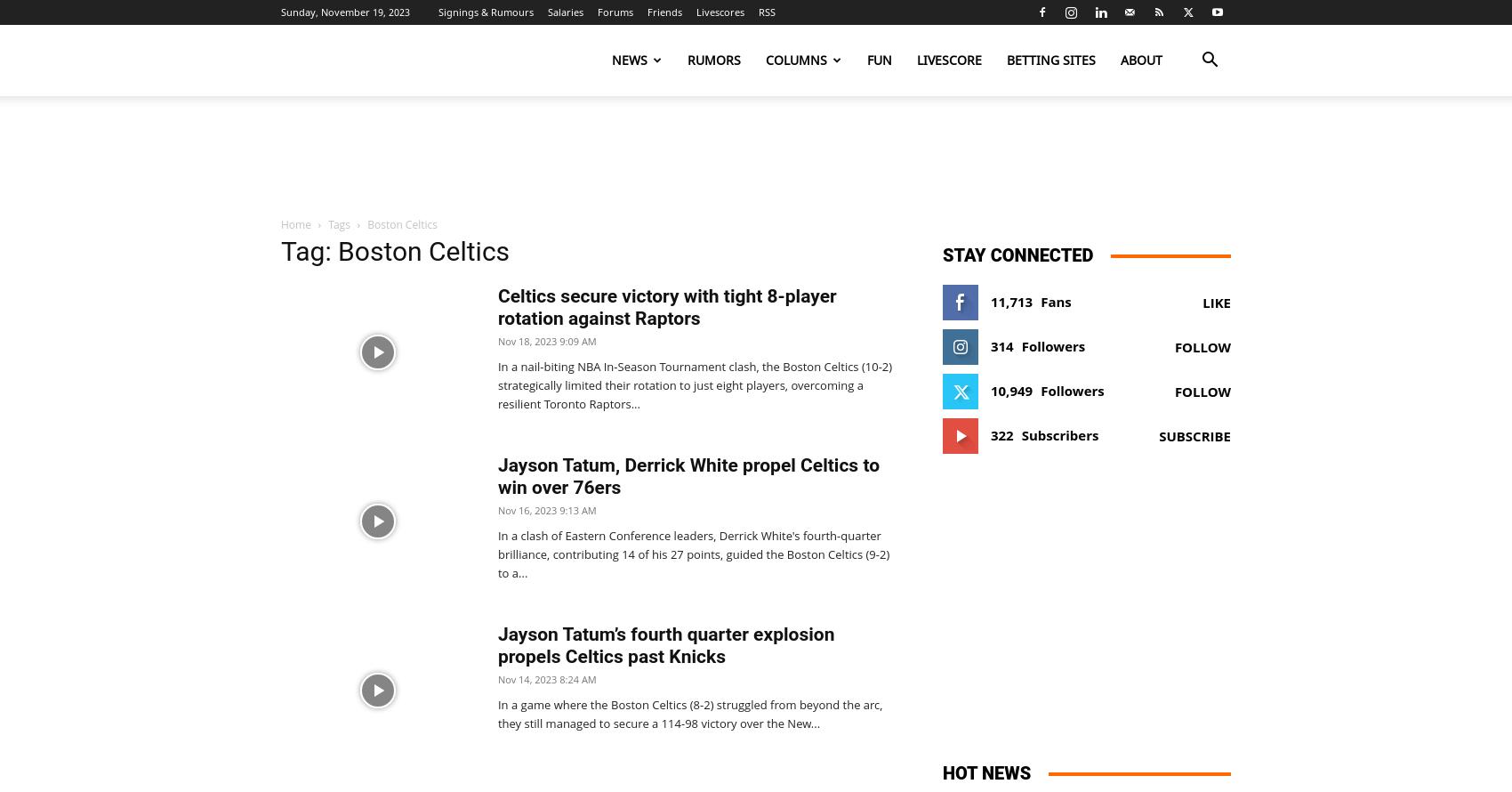 The height and width of the screenshot is (792, 1512). What do you see at coordinates (694, 384) in the screenshot?
I see `'In a nail-biting NBA In-Season Tournament clash, the Boston Celtics (10-2) strategically limited their rotation to just eight players, overcoming a resilient Toronto Raptors...'` at bounding box center [694, 384].